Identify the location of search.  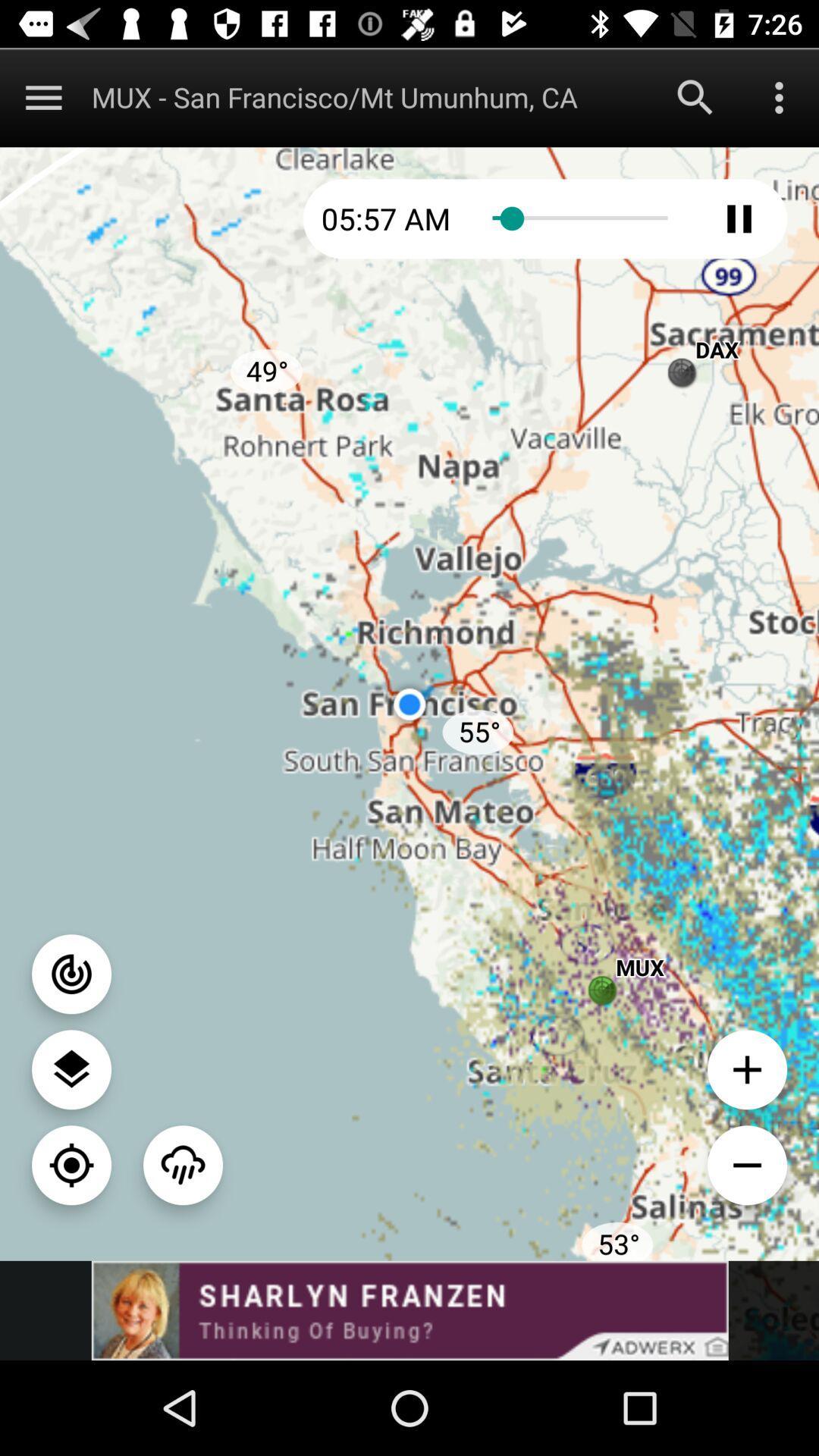
(695, 96).